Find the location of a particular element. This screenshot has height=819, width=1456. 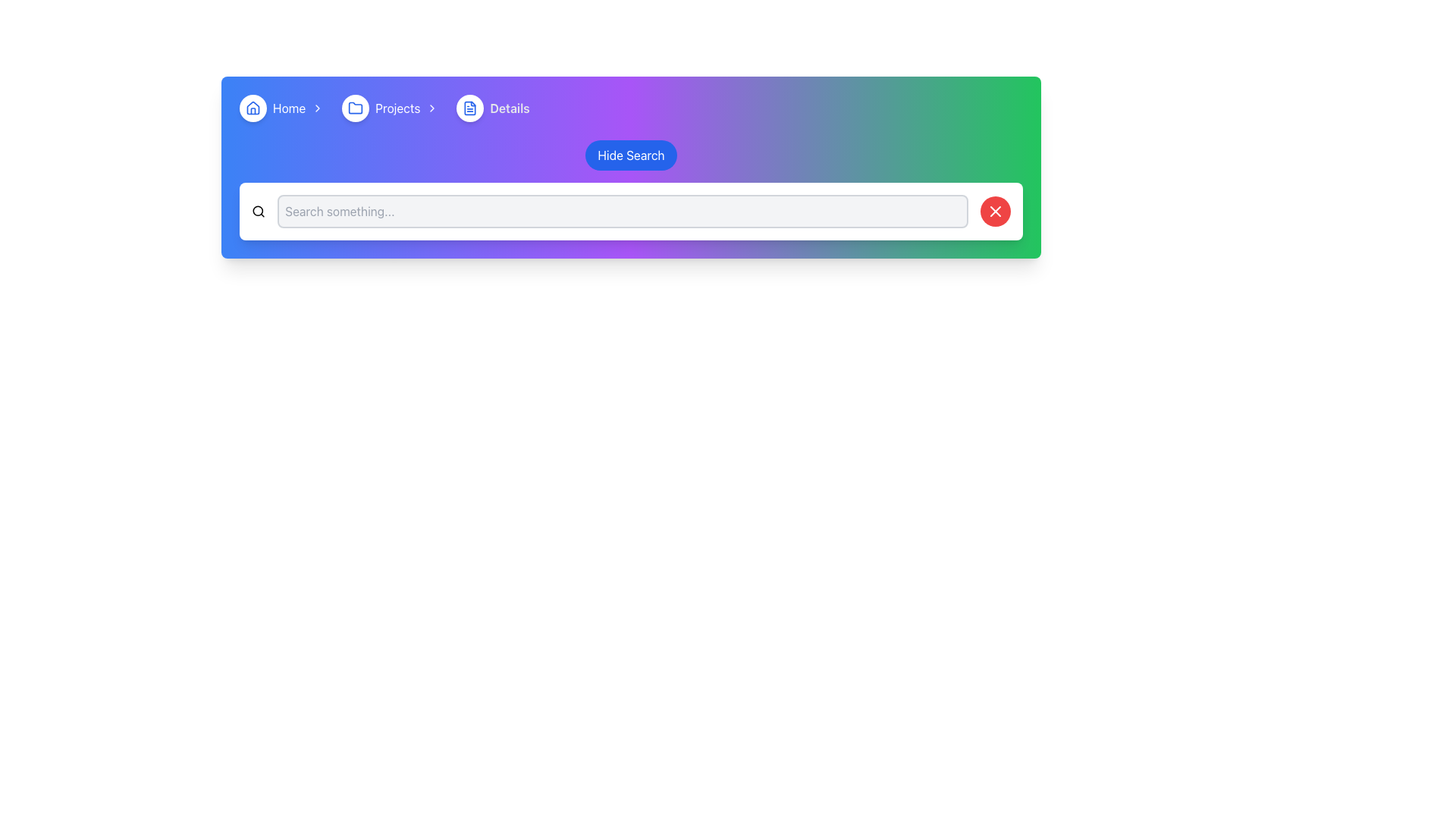

on the 'Details' text element in the breadcrumb navigation, which indicates the current section is located at coordinates (510, 107).